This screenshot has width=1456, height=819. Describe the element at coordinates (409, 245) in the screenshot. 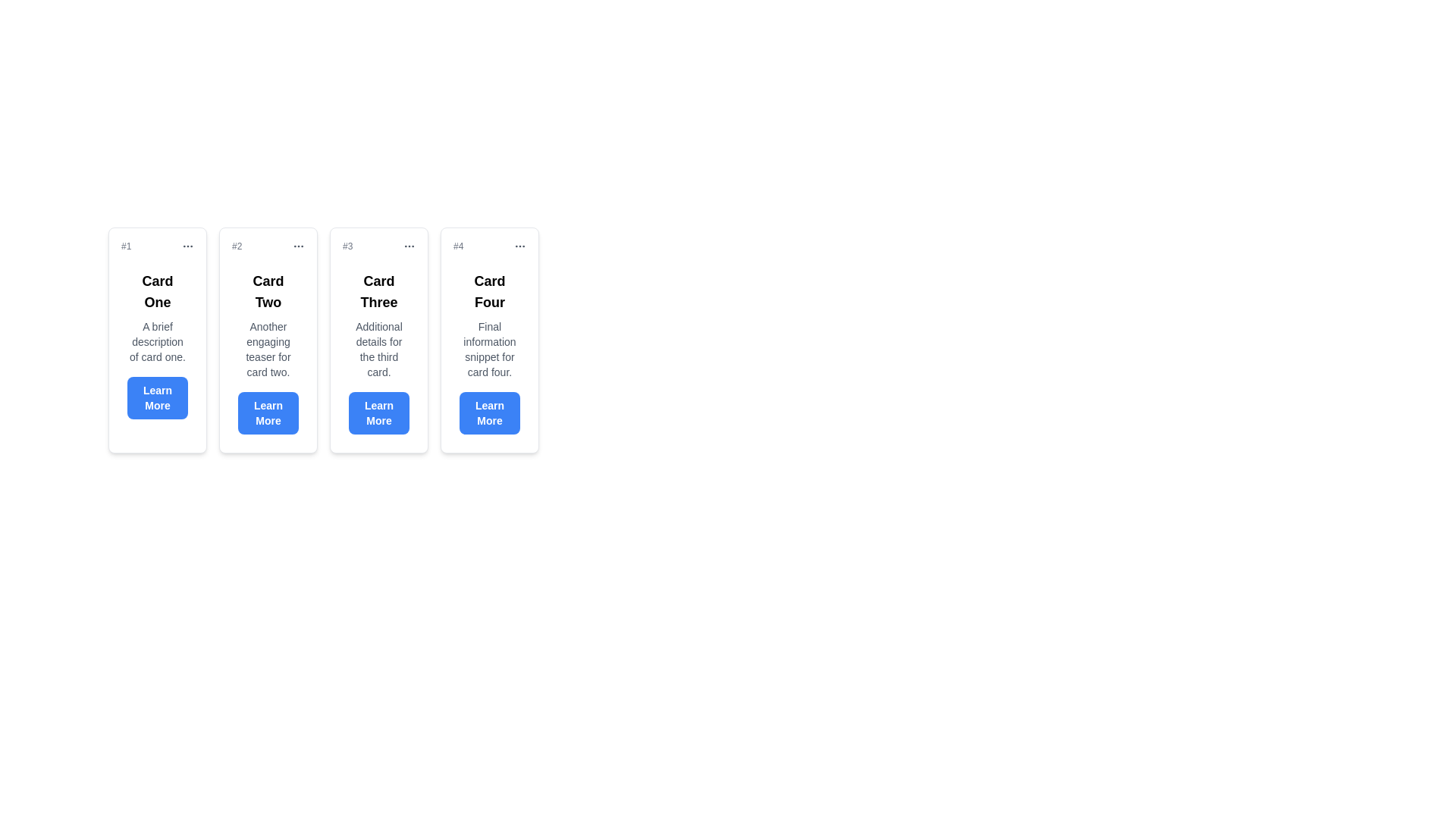

I see `the ellipsis icon located in the header section of the third card, to the right of the text '#3'` at that location.